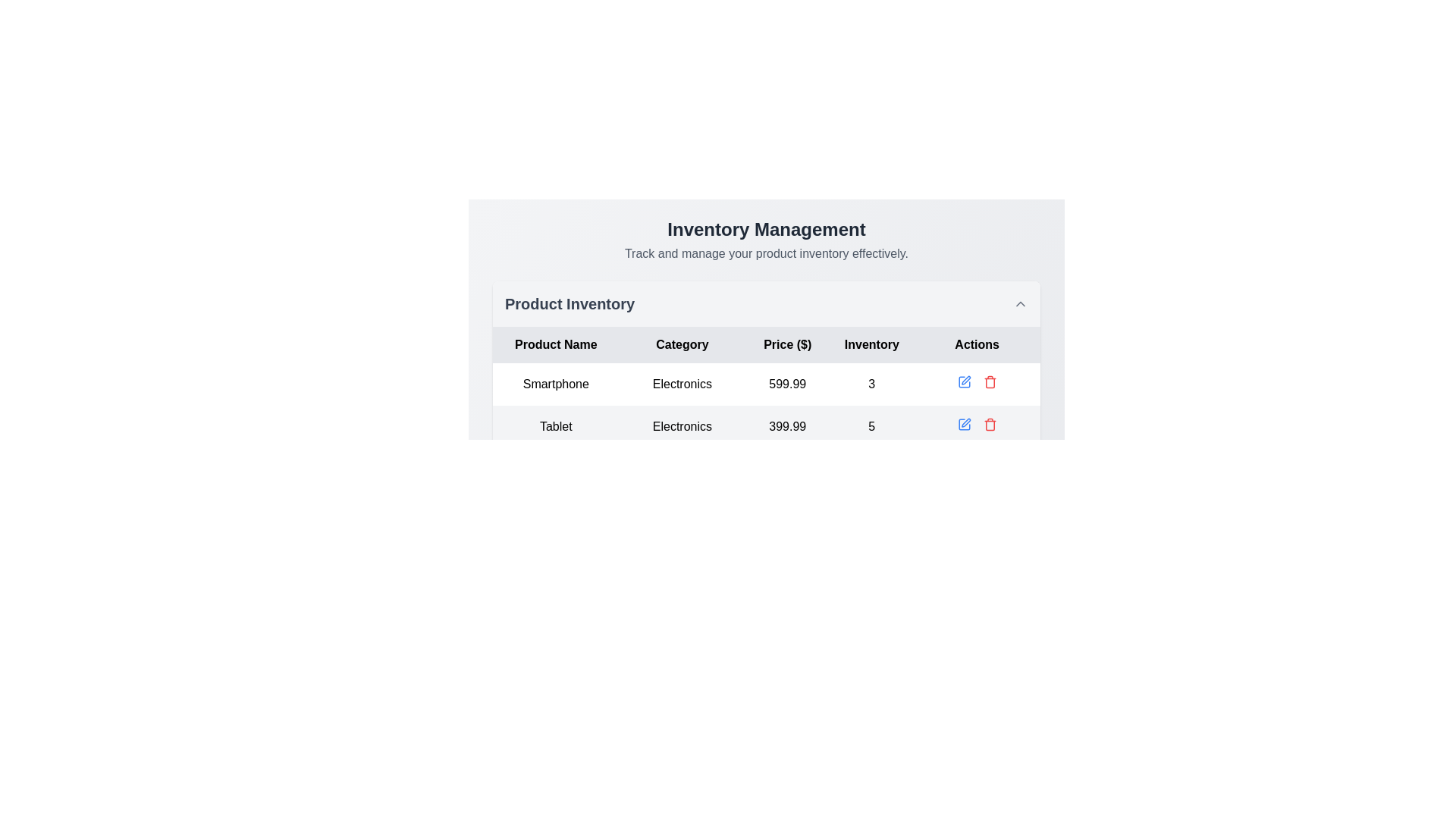 Image resolution: width=1456 pixels, height=819 pixels. What do you see at coordinates (990, 425) in the screenshot?
I see `the trash icon representing the delete action for the 'Tablet' product line in the second row of the table` at bounding box center [990, 425].